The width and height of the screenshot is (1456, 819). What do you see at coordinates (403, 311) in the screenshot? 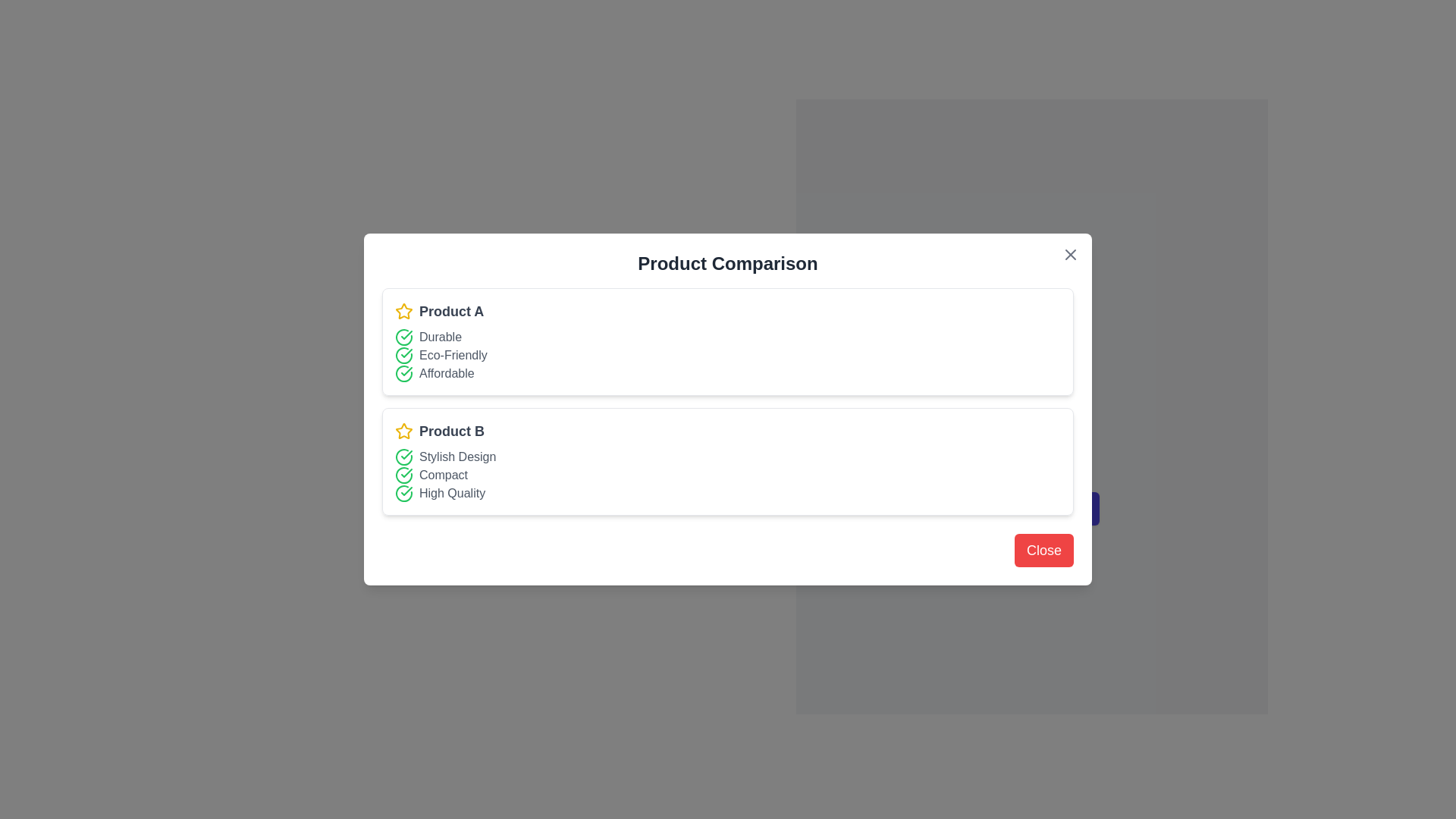
I see `star-shaped yellow icon located to the left of the 'Product A' text in the upper section of the modal window` at bounding box center [403, 311].